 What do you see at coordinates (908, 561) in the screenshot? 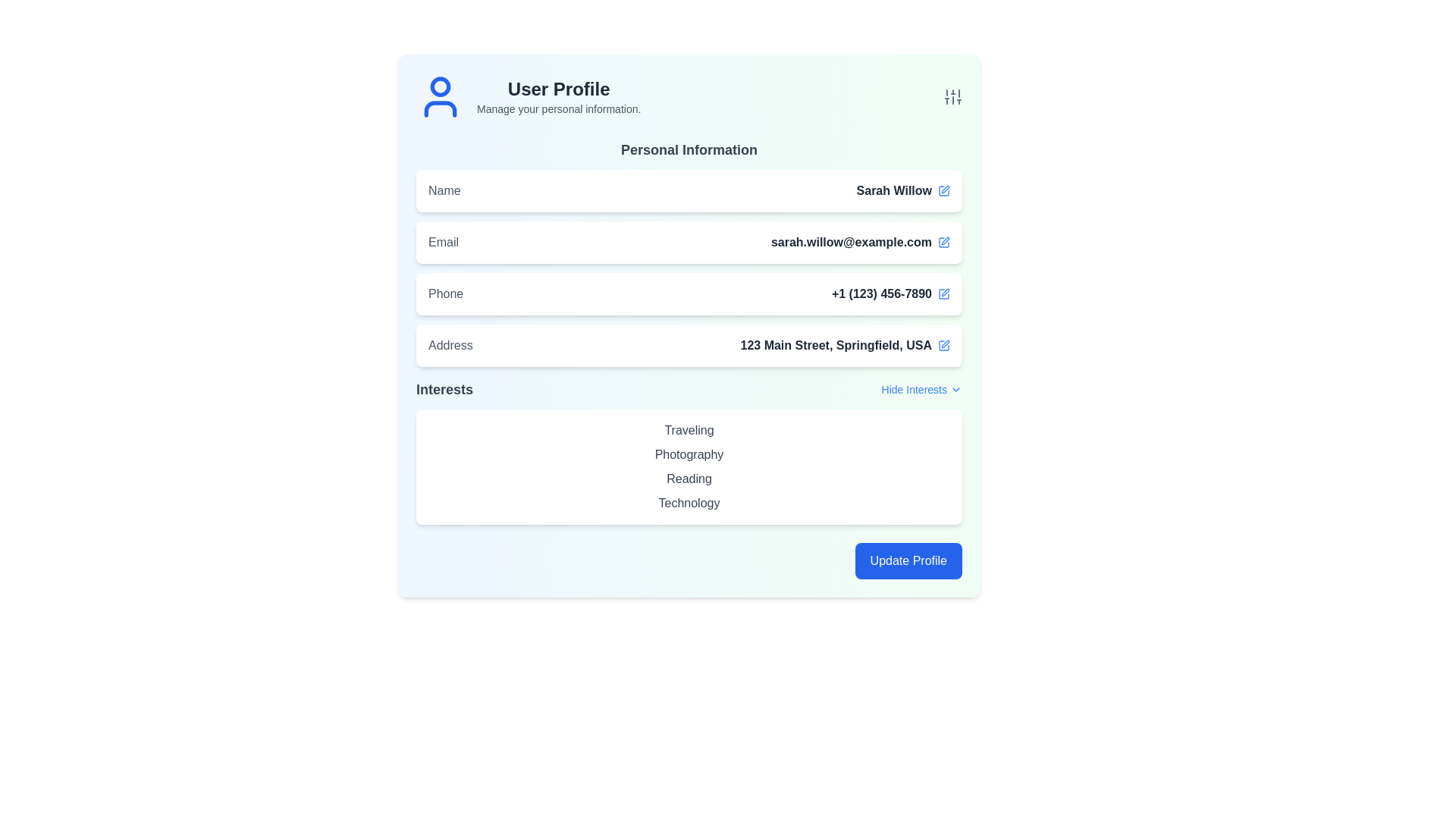
I see `the prominent blue 'Update Profile' button with white text located in the bottom-right section of the user profile interface` at bounding box center [908, 561].